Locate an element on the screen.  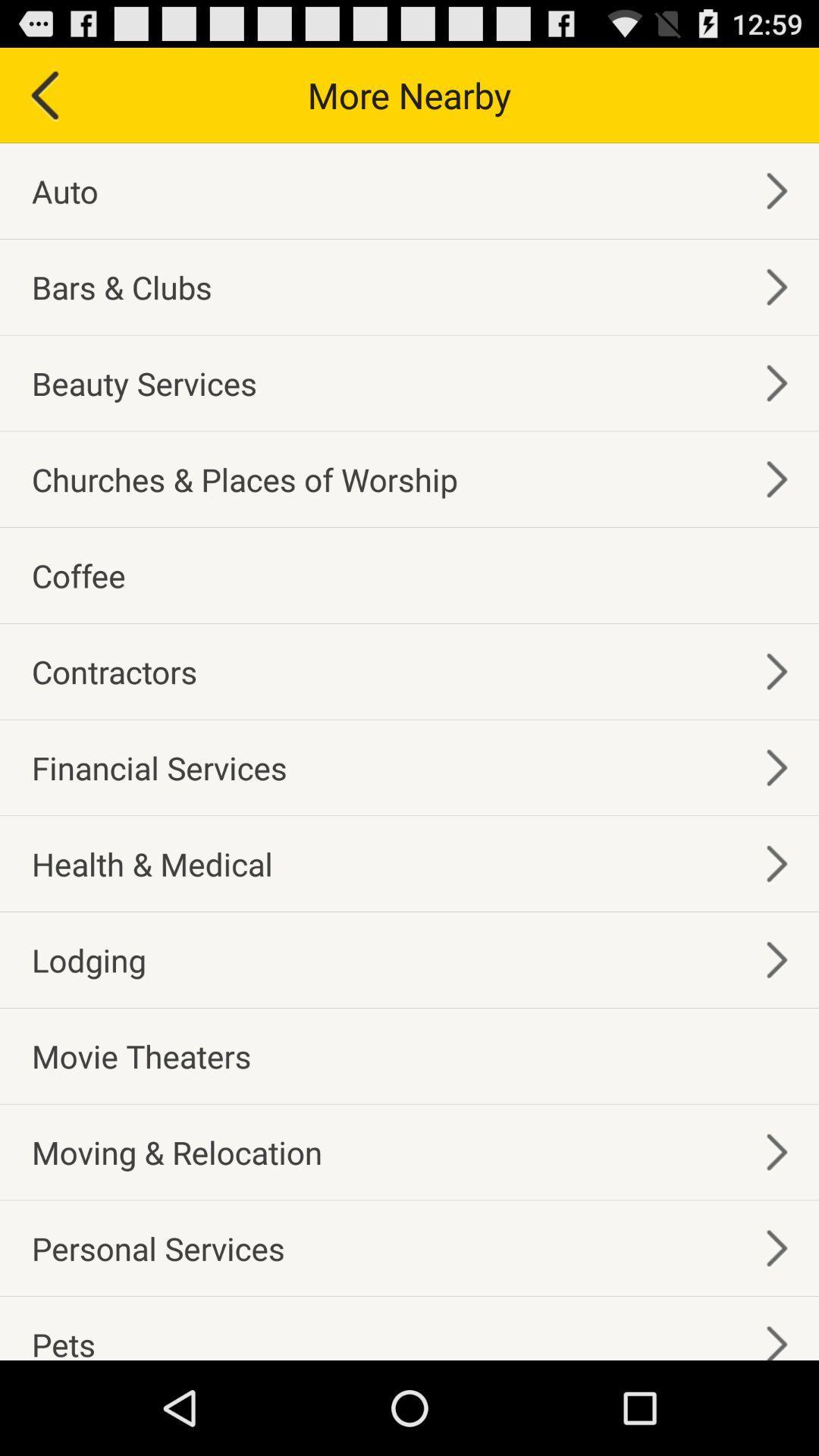
financial services icon is located at coordinates (159, 767).